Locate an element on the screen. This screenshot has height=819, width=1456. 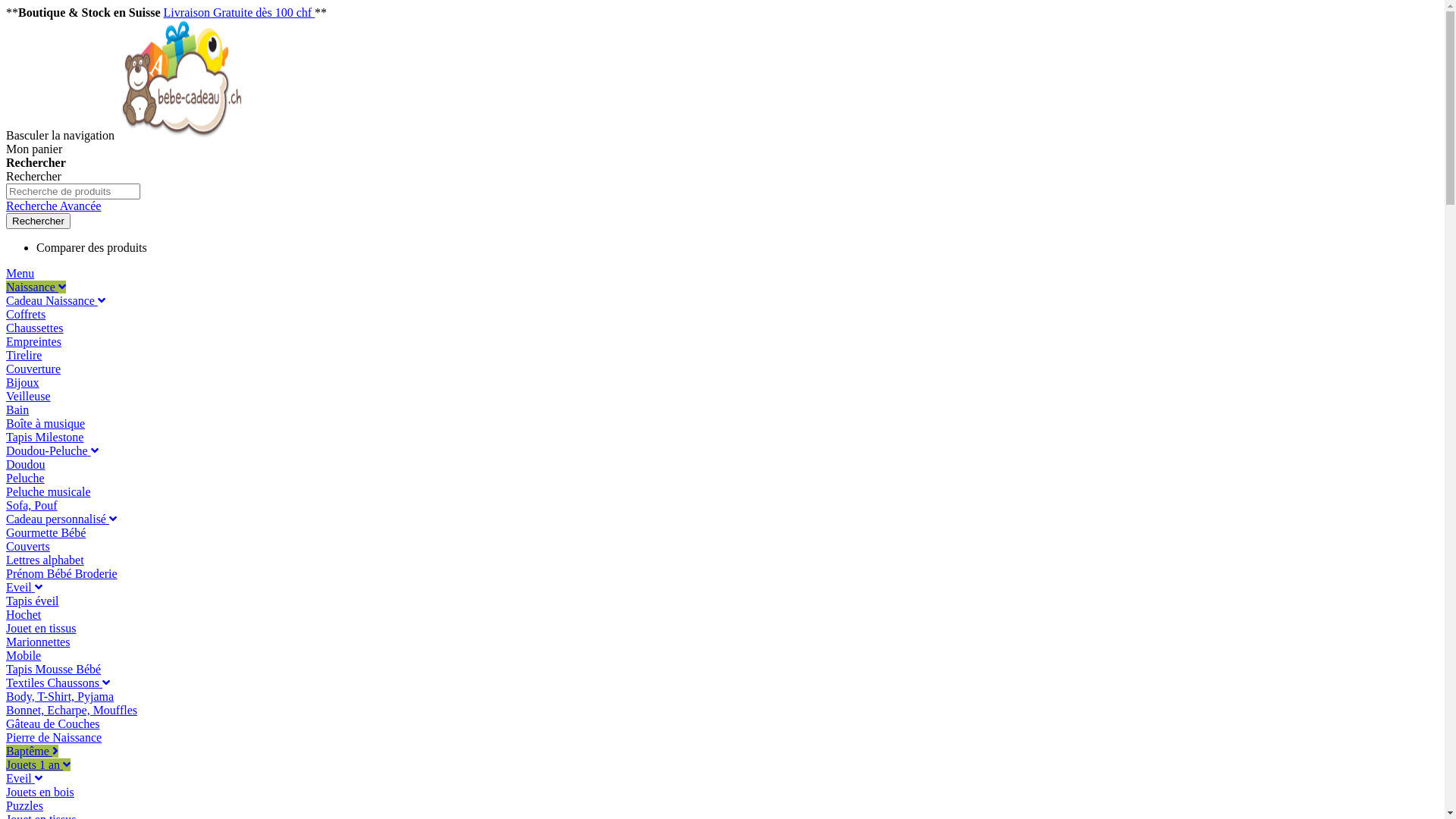
'Body, T-Shirt, Pyjama' is located at coordinates (59, 696).